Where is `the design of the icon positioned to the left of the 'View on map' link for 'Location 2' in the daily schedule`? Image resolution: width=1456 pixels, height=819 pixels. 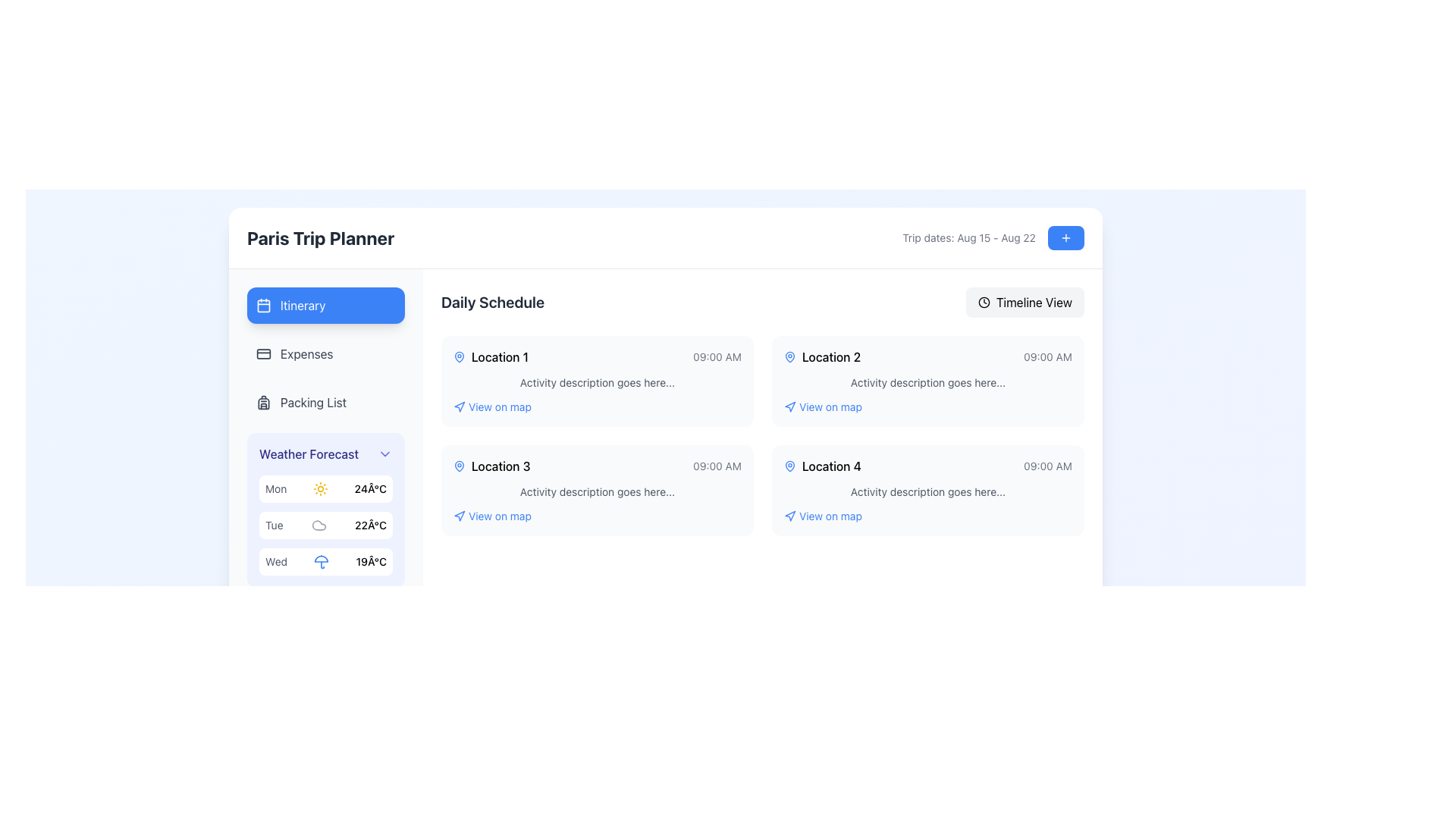 the design of the icon positioned to the left of the 'View on map' link for 'Location 2' in the daily schedule is located at coordinates (789, 406).